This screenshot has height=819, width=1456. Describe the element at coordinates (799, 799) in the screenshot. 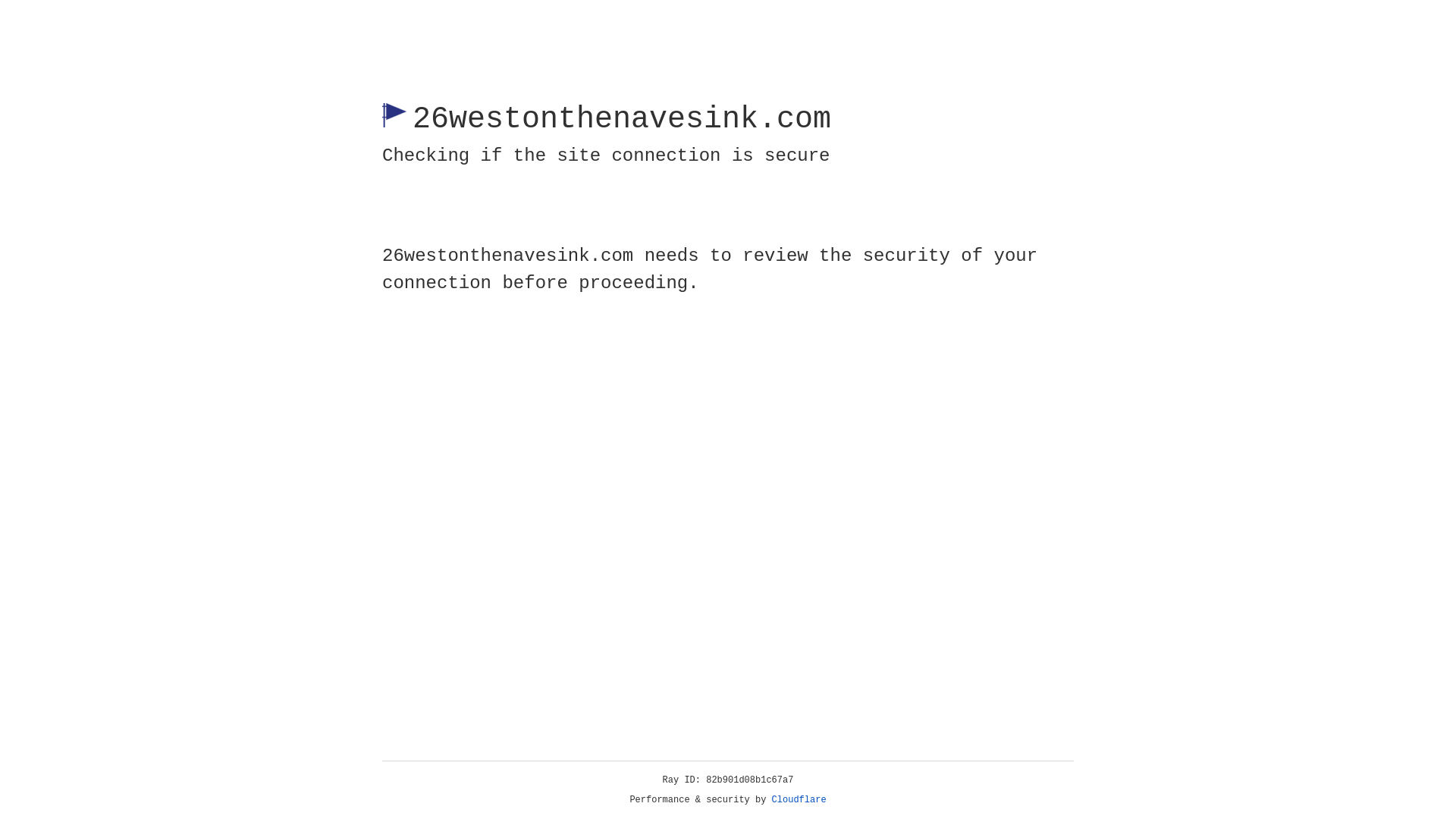

I see `'Cloudflare'` at that location.